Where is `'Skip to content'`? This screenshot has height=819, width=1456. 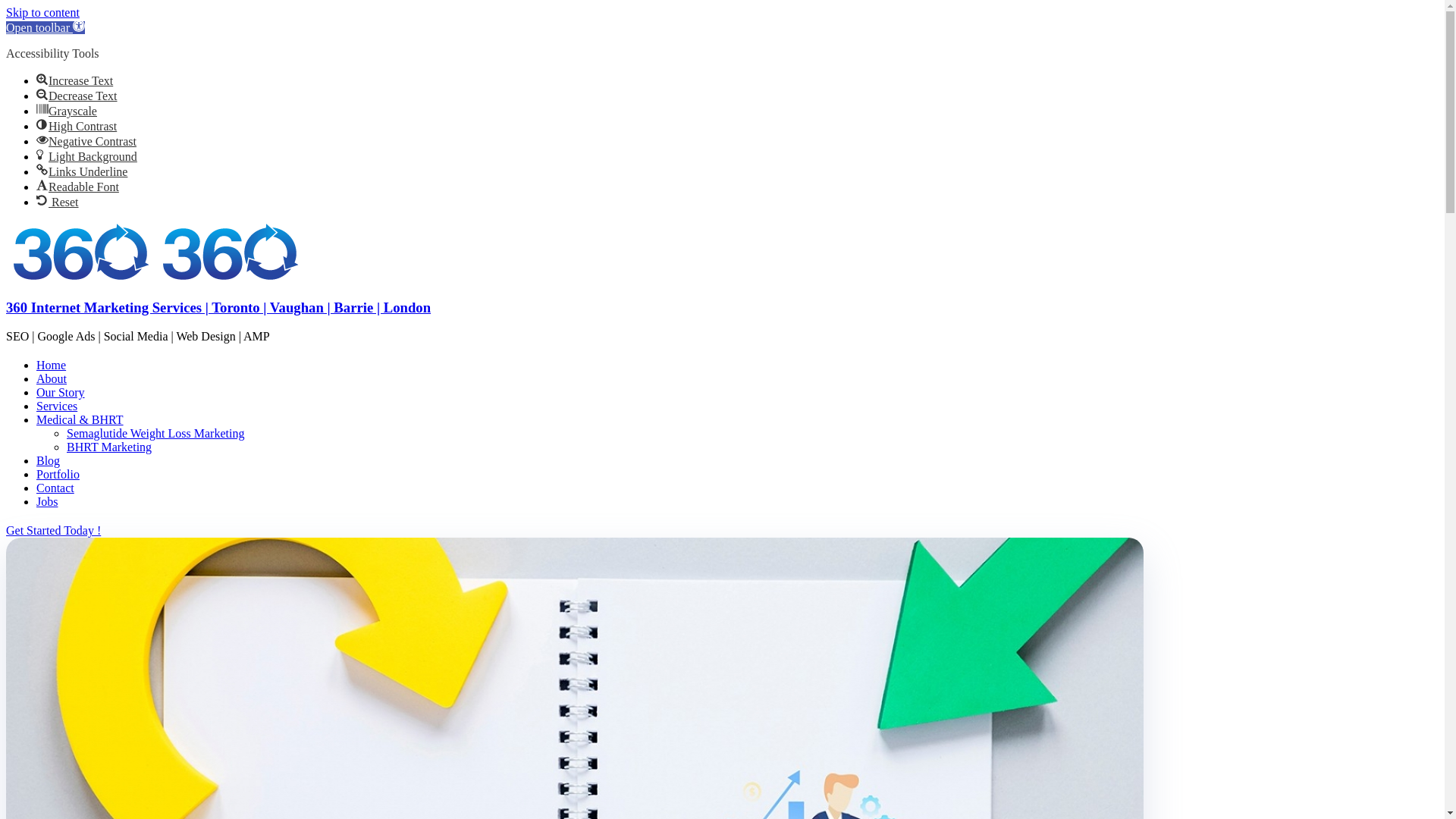 'Skip to content' is located at coordinates (42, 12).